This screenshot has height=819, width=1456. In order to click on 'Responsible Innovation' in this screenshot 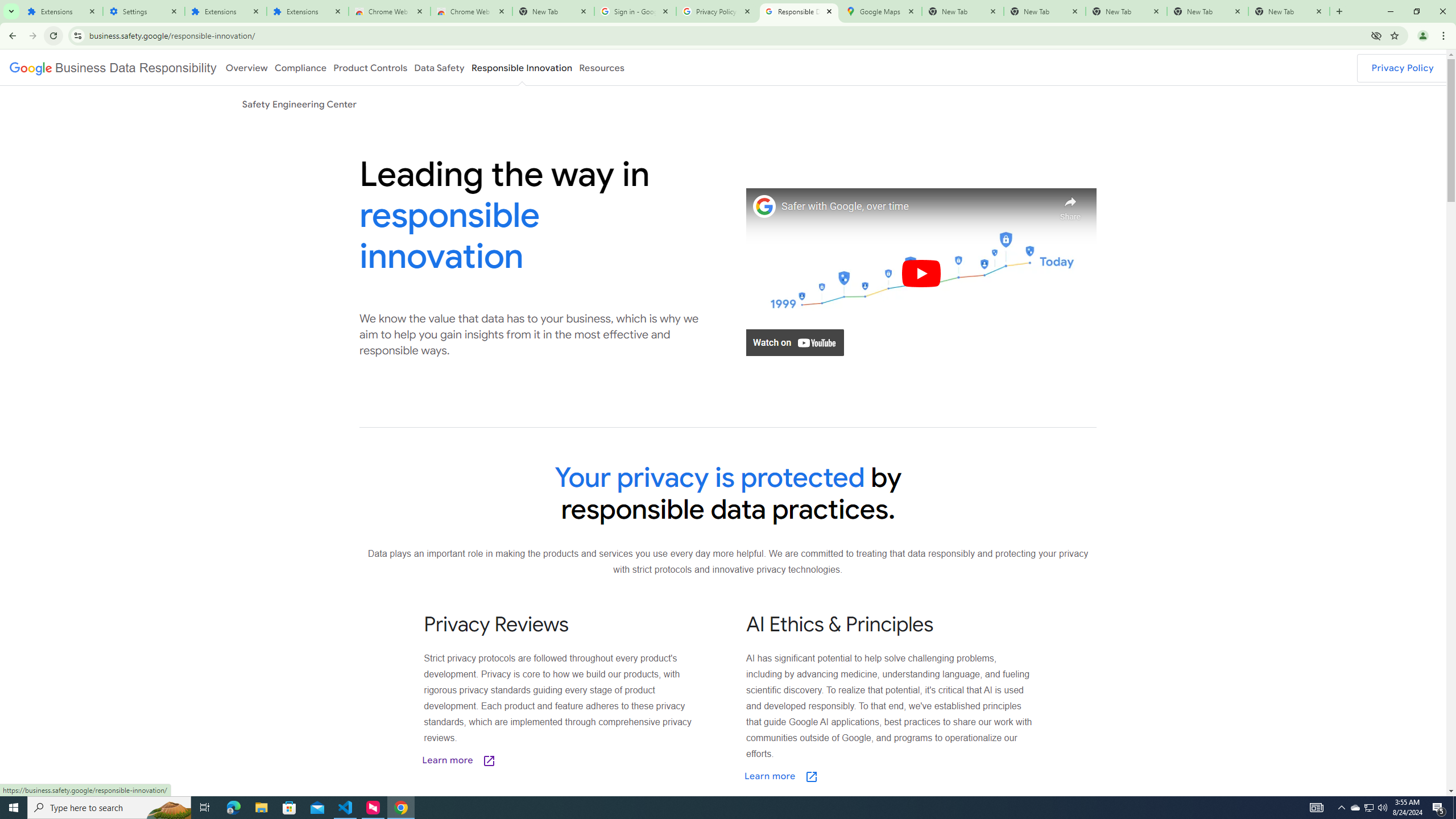, I will do `click(522, 67)`.